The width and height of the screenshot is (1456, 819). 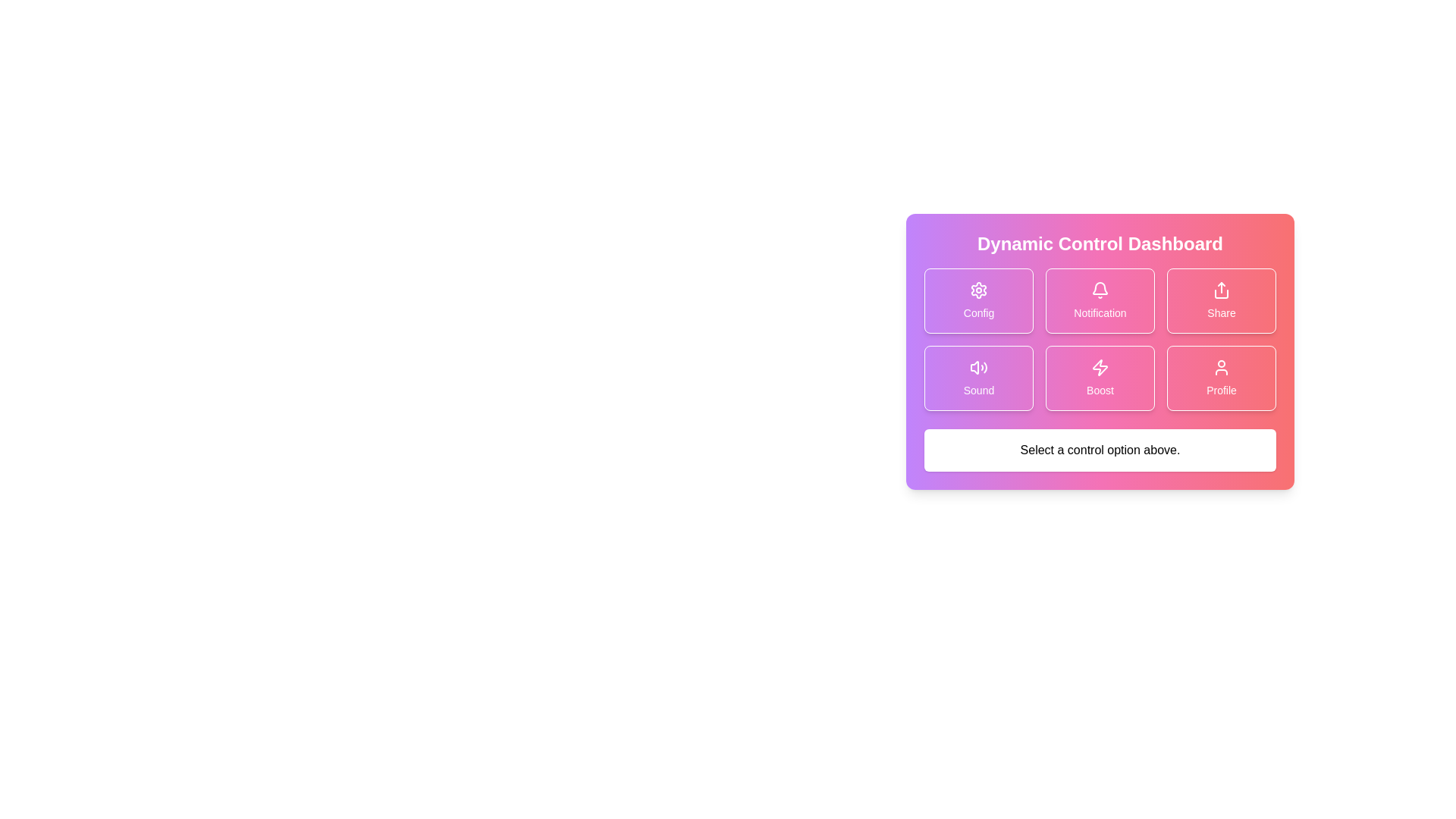 I want to click on the 'Profile' button, which is a rectangular card-like component with a gradient background and a user profile icon, located in the bottom-right of the 2x3 grid in the 'Dynamic Control Dashboard', so click(x=1222, y=377).